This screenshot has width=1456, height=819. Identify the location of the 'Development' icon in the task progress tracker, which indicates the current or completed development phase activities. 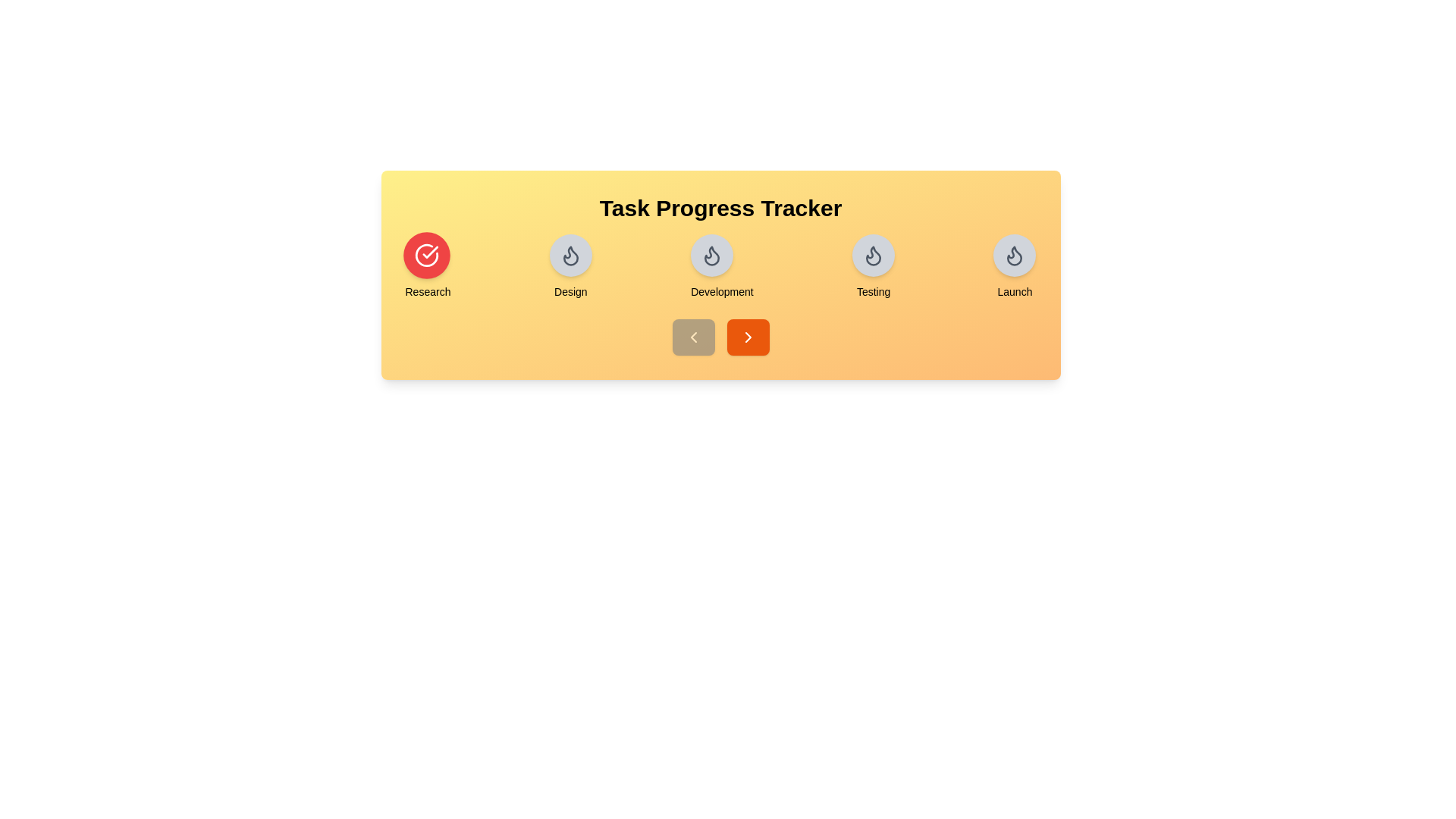
(711, 254).